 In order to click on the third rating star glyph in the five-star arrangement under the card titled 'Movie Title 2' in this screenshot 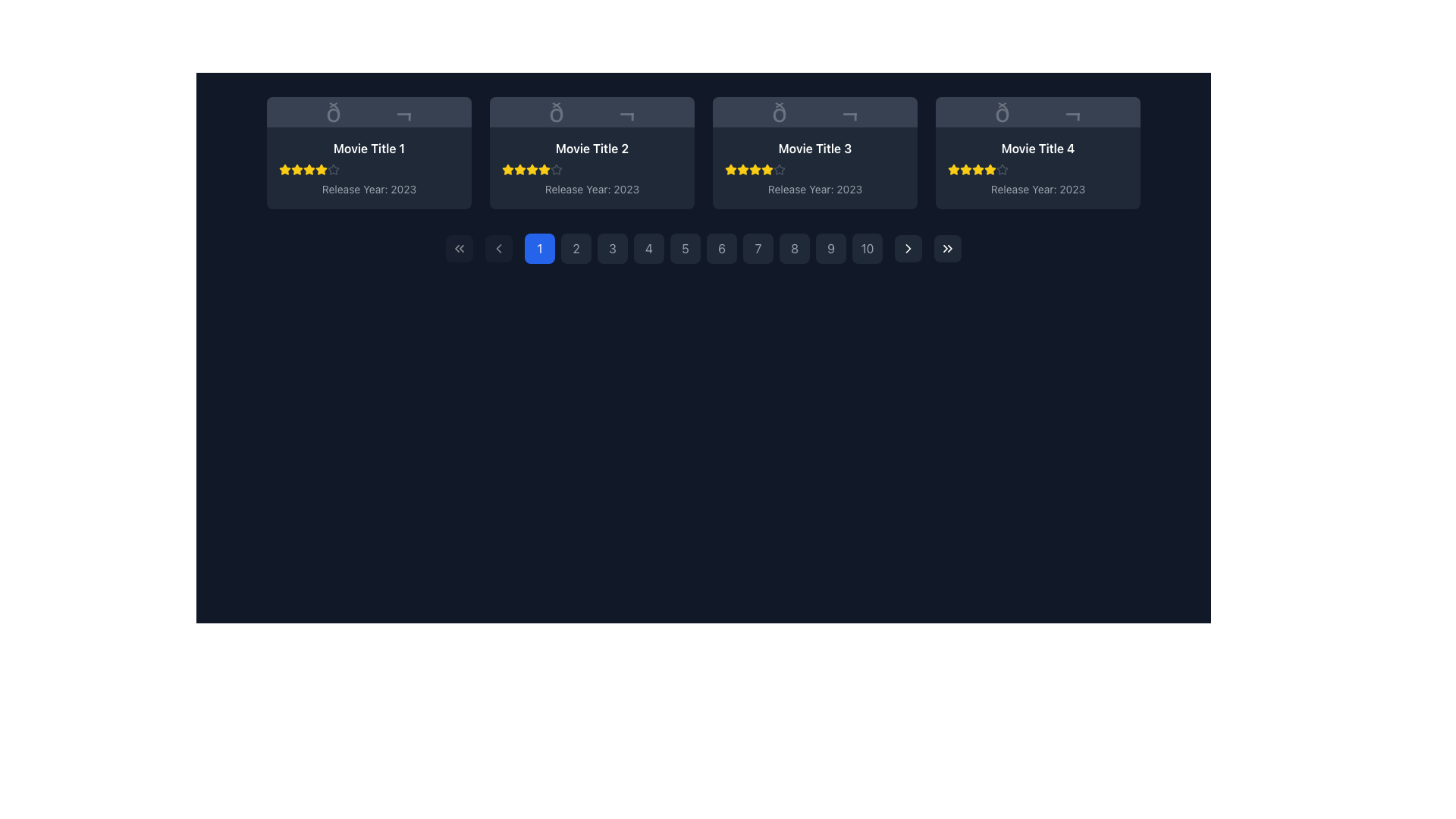, I will do `click(532, 169)`.